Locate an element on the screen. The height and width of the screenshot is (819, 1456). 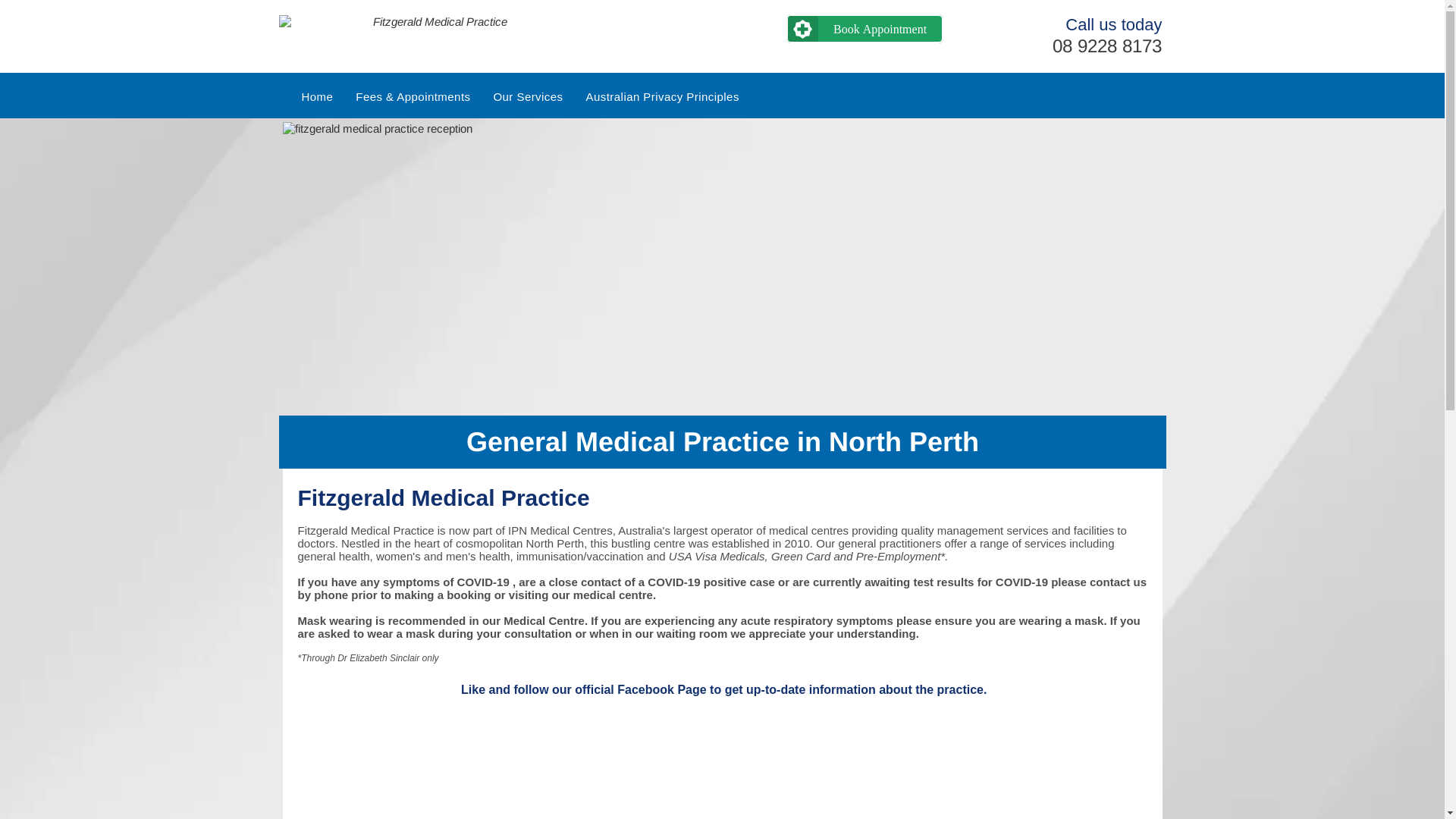
'Australian Privacy Principles' is located at coordinates (662, 96).